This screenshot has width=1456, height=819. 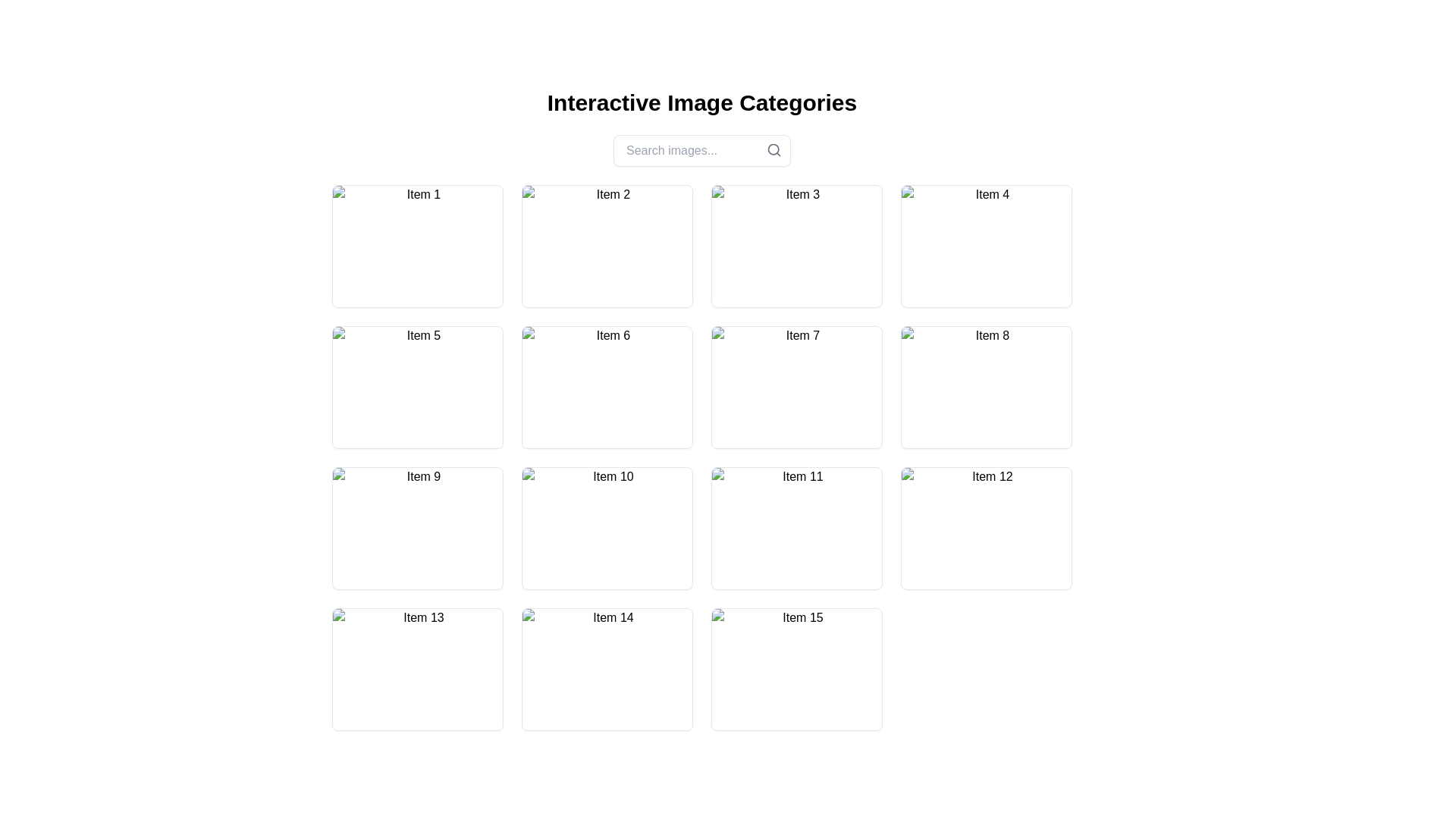 What do you see at coordinates (418, 669) in the screenshot?
I see `the Card component labeled 'Item 13', which is the first card in the last row of a grid layout` at bounding box center [418, 669].